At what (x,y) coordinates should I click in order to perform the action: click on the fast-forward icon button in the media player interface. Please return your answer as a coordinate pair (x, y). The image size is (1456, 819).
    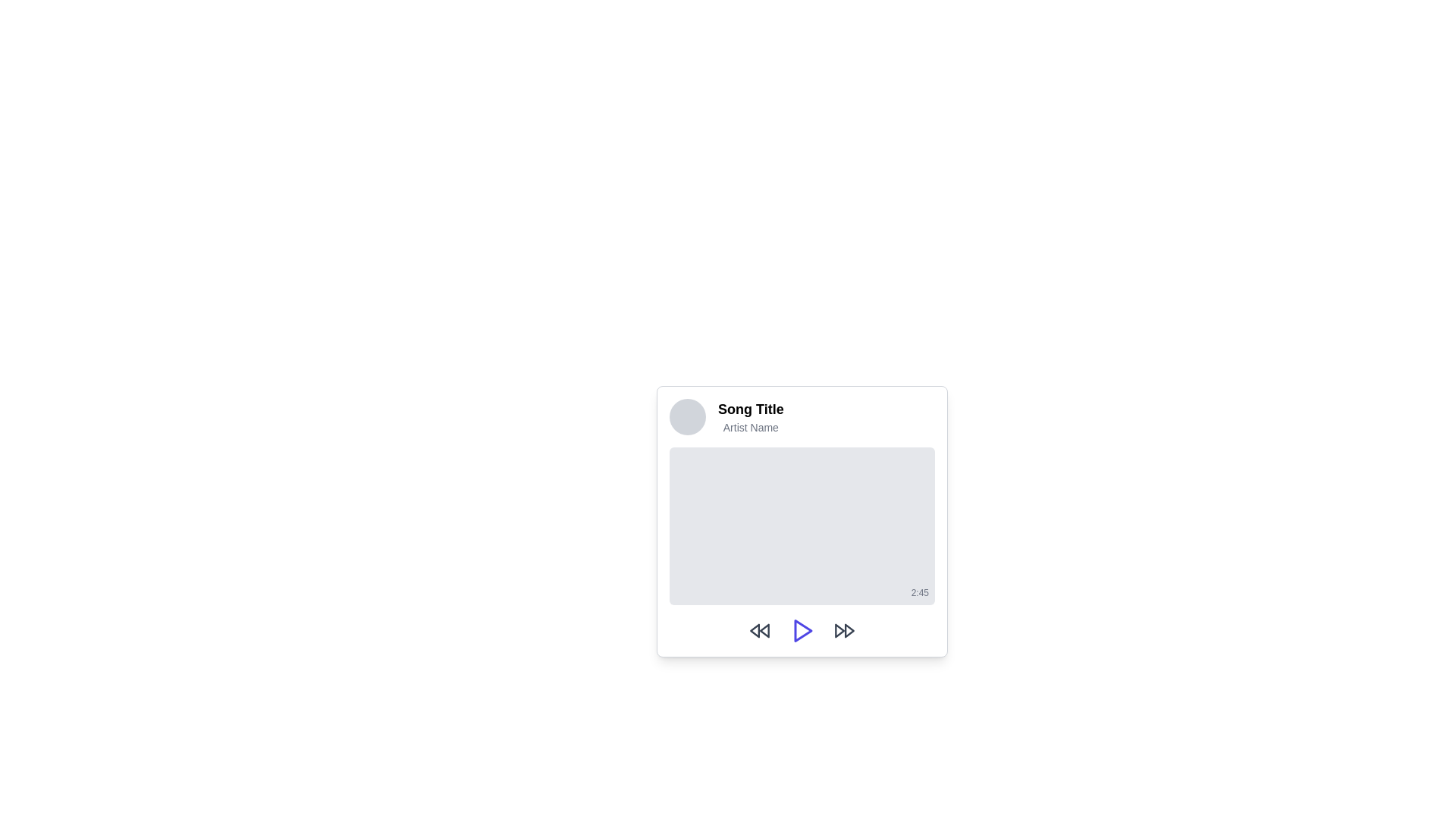
    Looking at the image, I should click on (843, 631).